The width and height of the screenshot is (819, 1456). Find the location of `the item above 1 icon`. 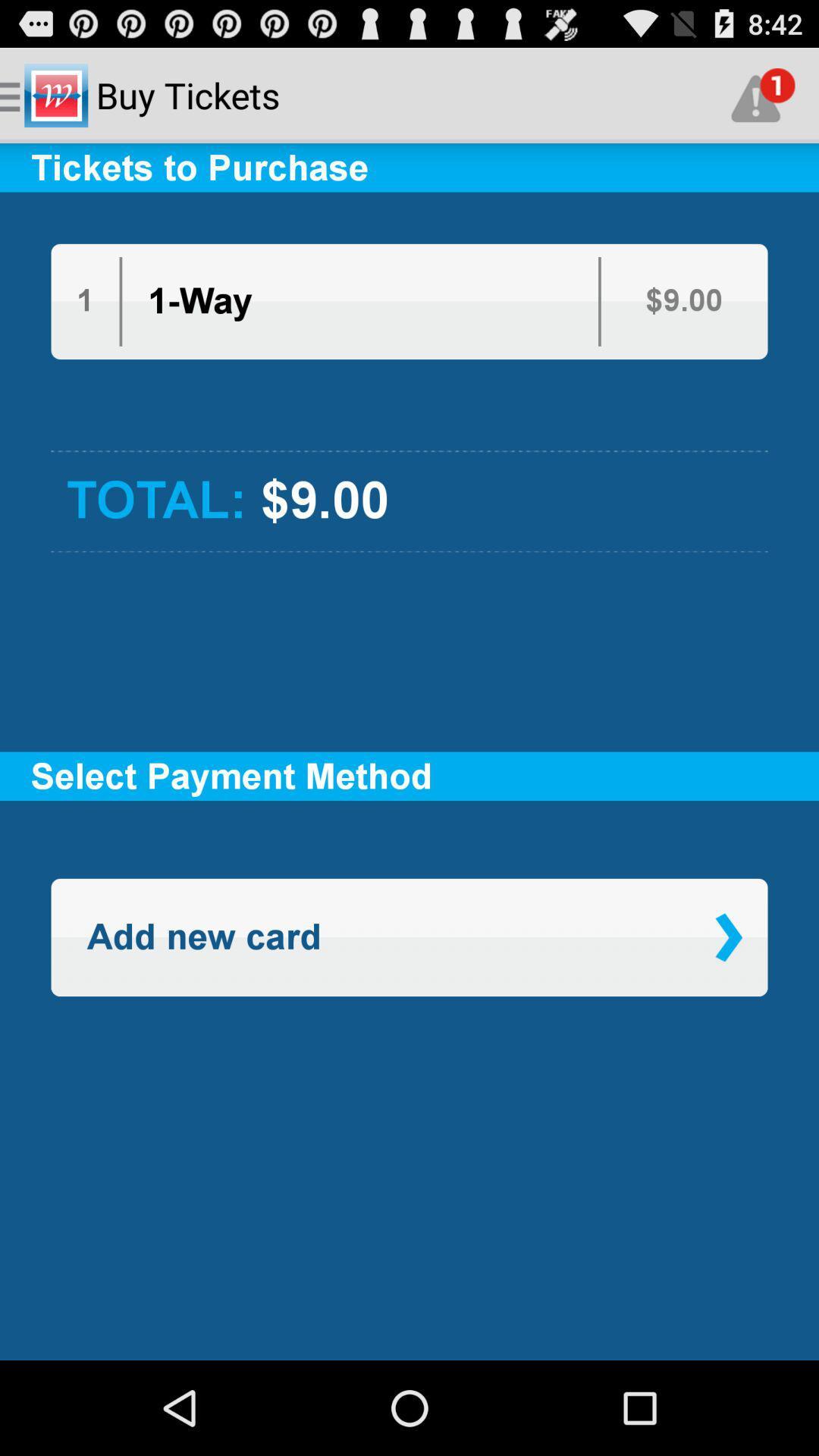

the item above 1 icon is located at coordinates (409, 217).